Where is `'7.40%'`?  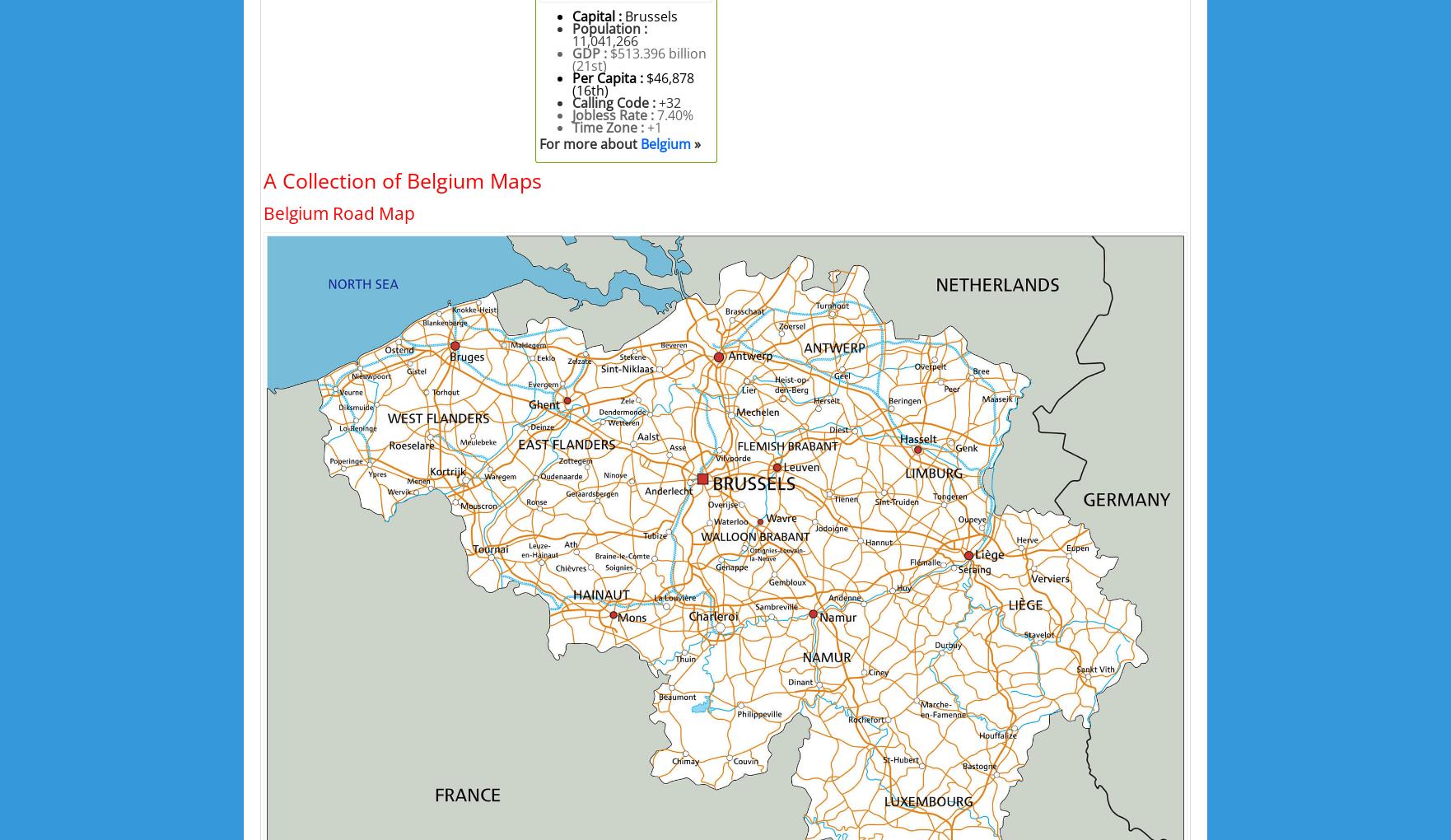 '7.40%' is located at coordinates (674, 114).